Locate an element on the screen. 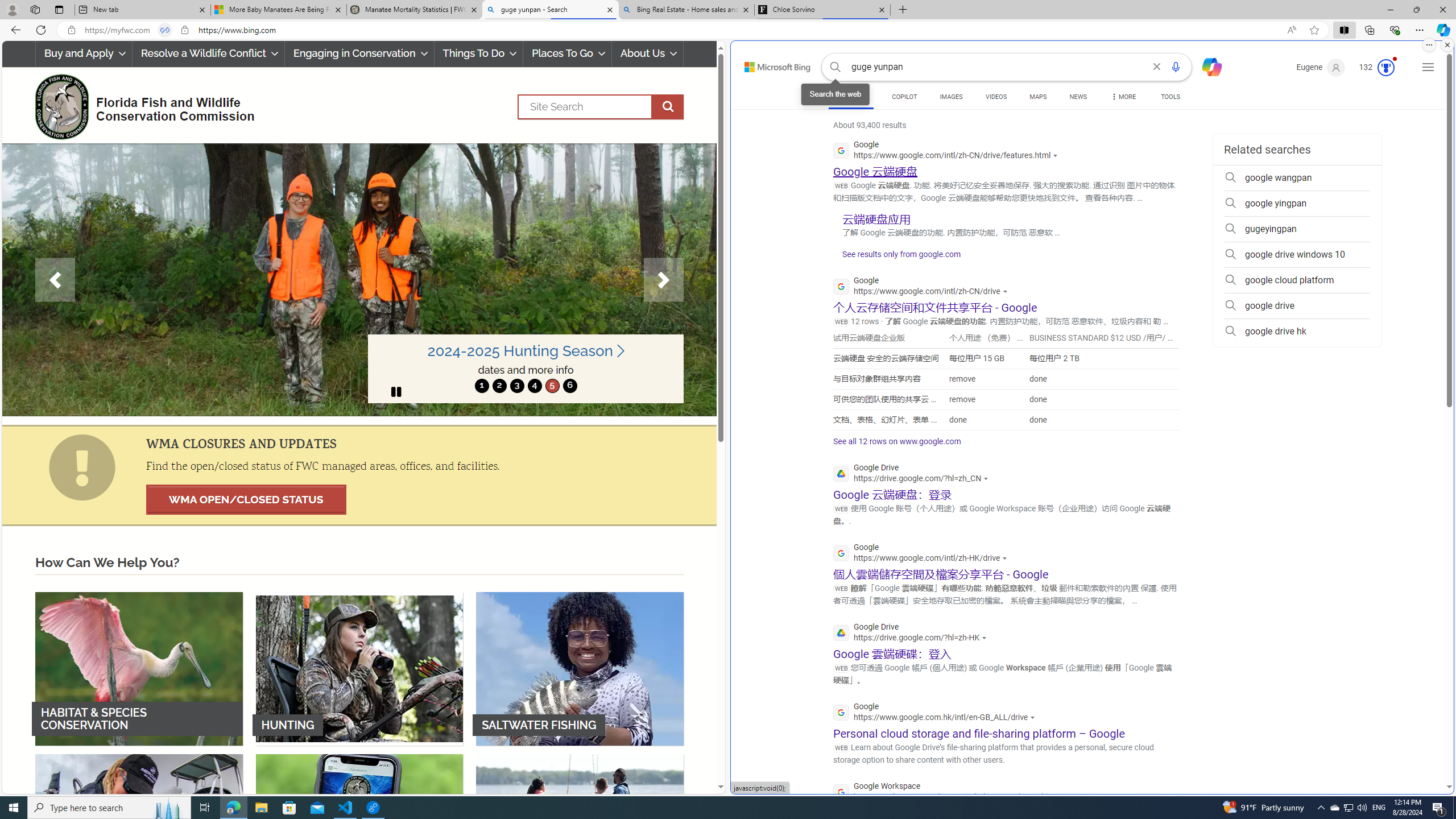 This screenshot has height=819, width=1456. 'Google' is located at coordinates (936, 713).